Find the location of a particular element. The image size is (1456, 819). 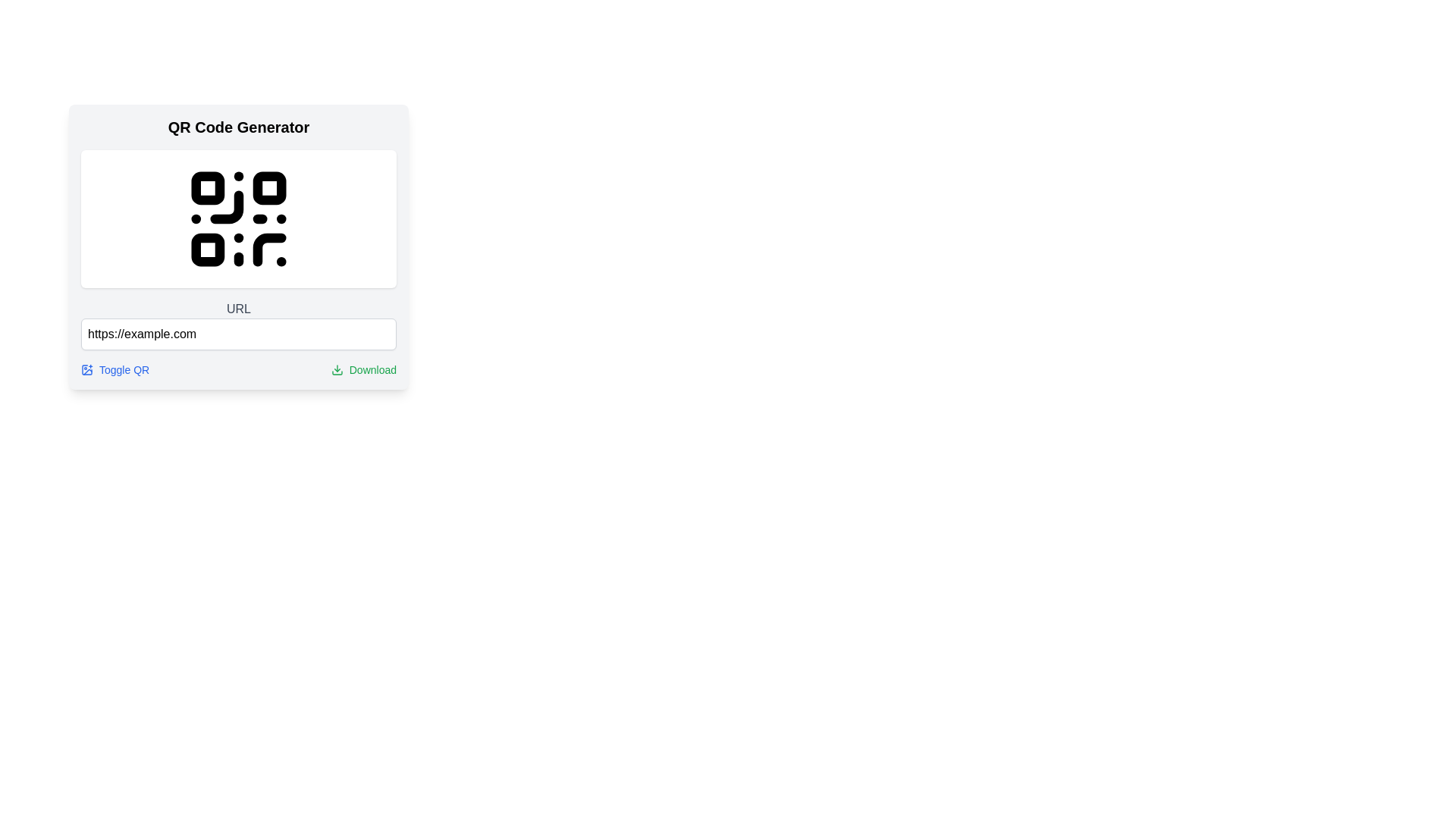

the QR code displayed in the center of the 'QR Code Generator' card is located at coordinates (238, 219).